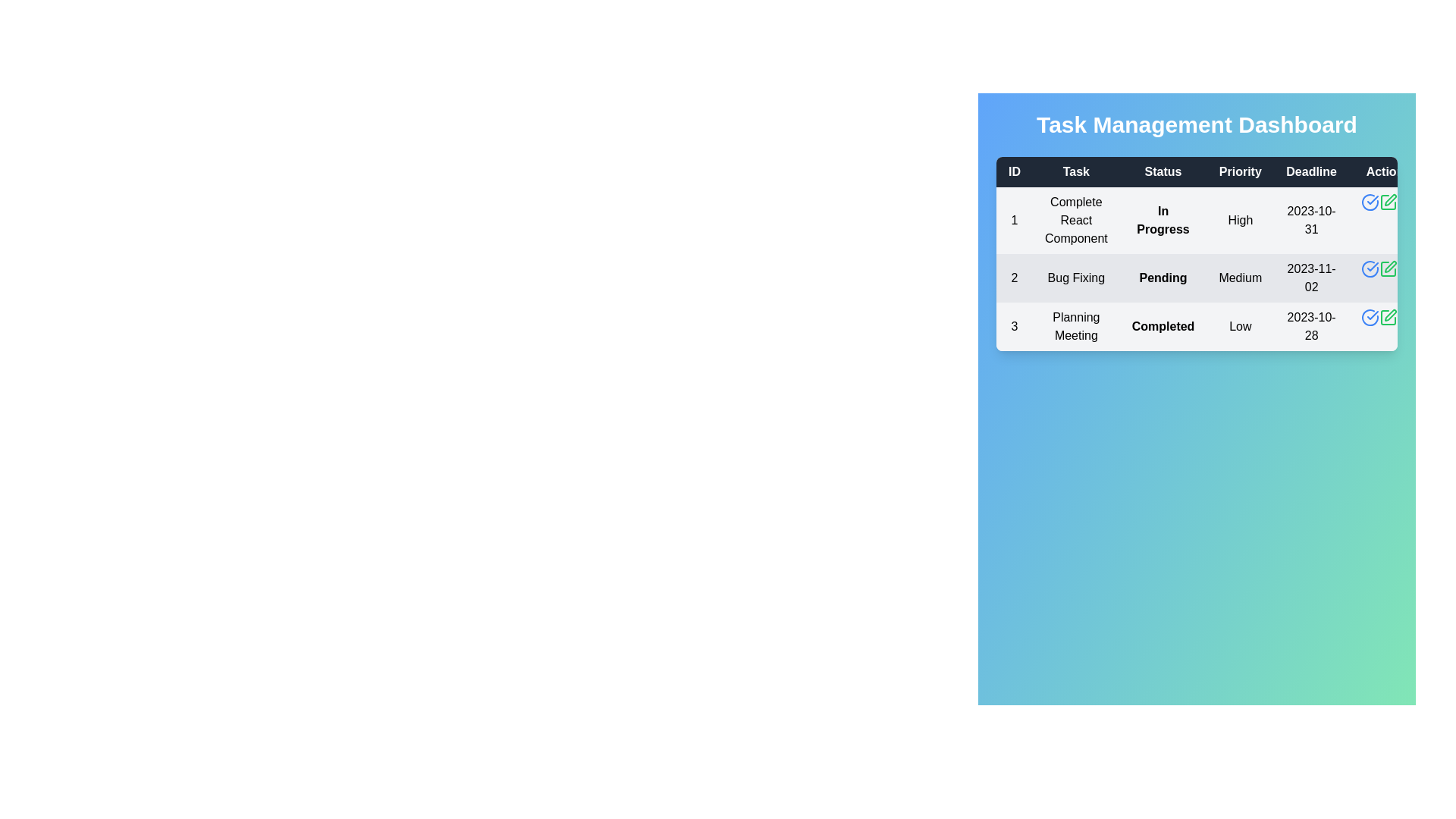 The image size is (1456, 819). Describe the element at coordinates (1369, 317) in the screenshot. I see `the complete button for task 3` at that location.